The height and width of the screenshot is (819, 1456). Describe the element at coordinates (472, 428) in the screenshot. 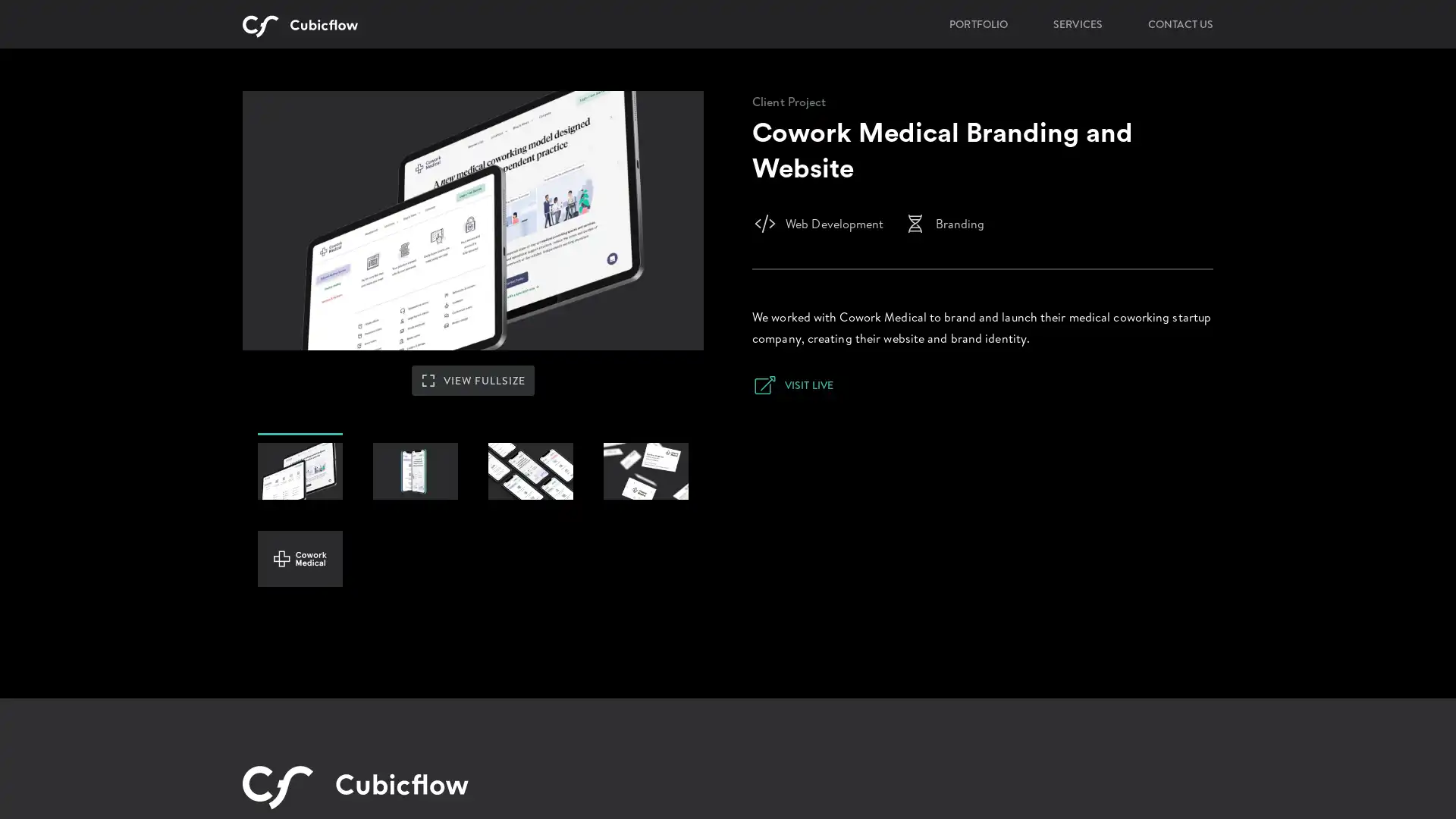

I see `VIEW FULLSIZE` at that location.